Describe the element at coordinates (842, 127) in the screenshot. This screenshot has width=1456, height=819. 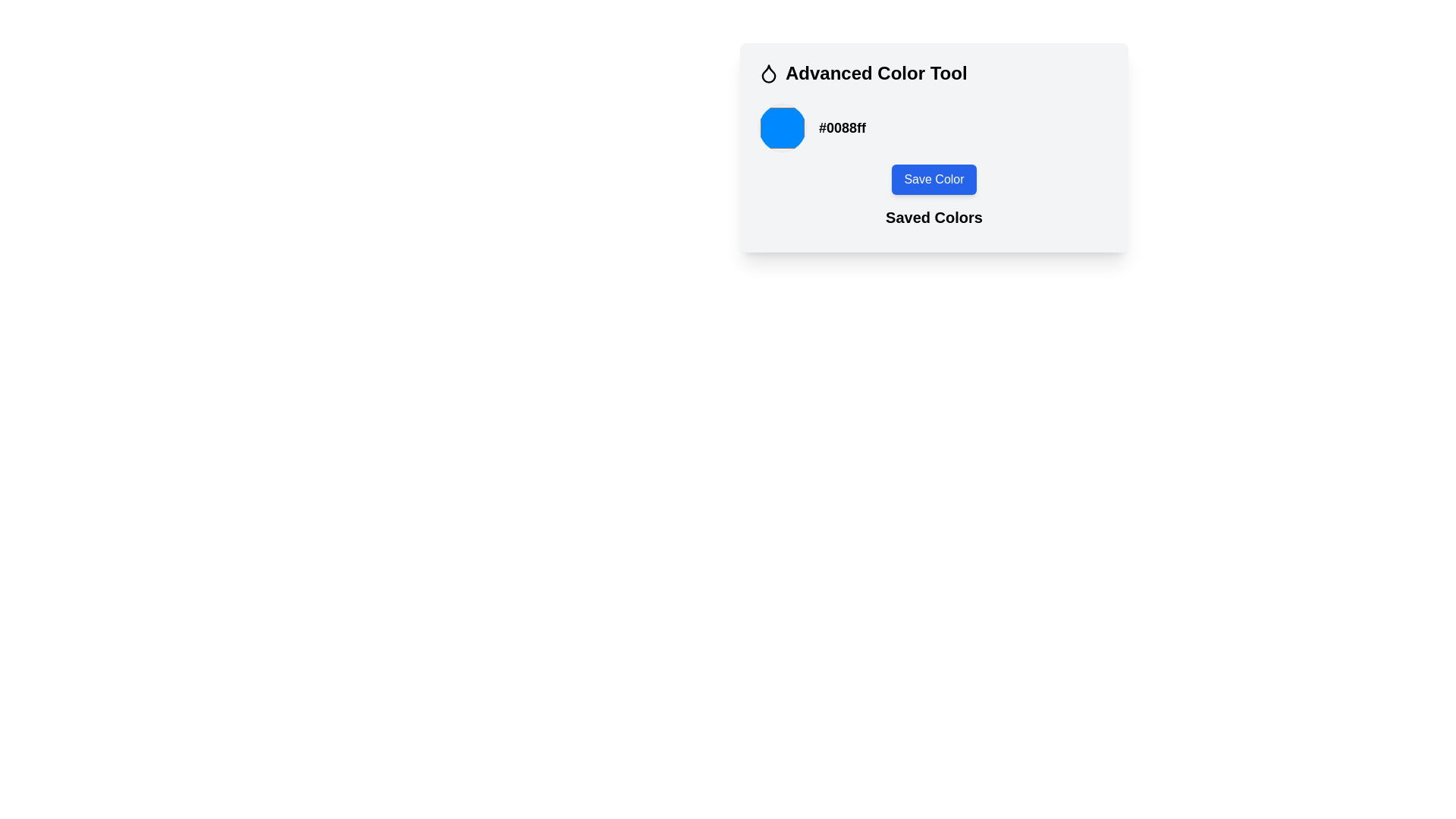
I see `the text element displaying the hexadecimal color code next to the blue circular visual indicator` at that location.